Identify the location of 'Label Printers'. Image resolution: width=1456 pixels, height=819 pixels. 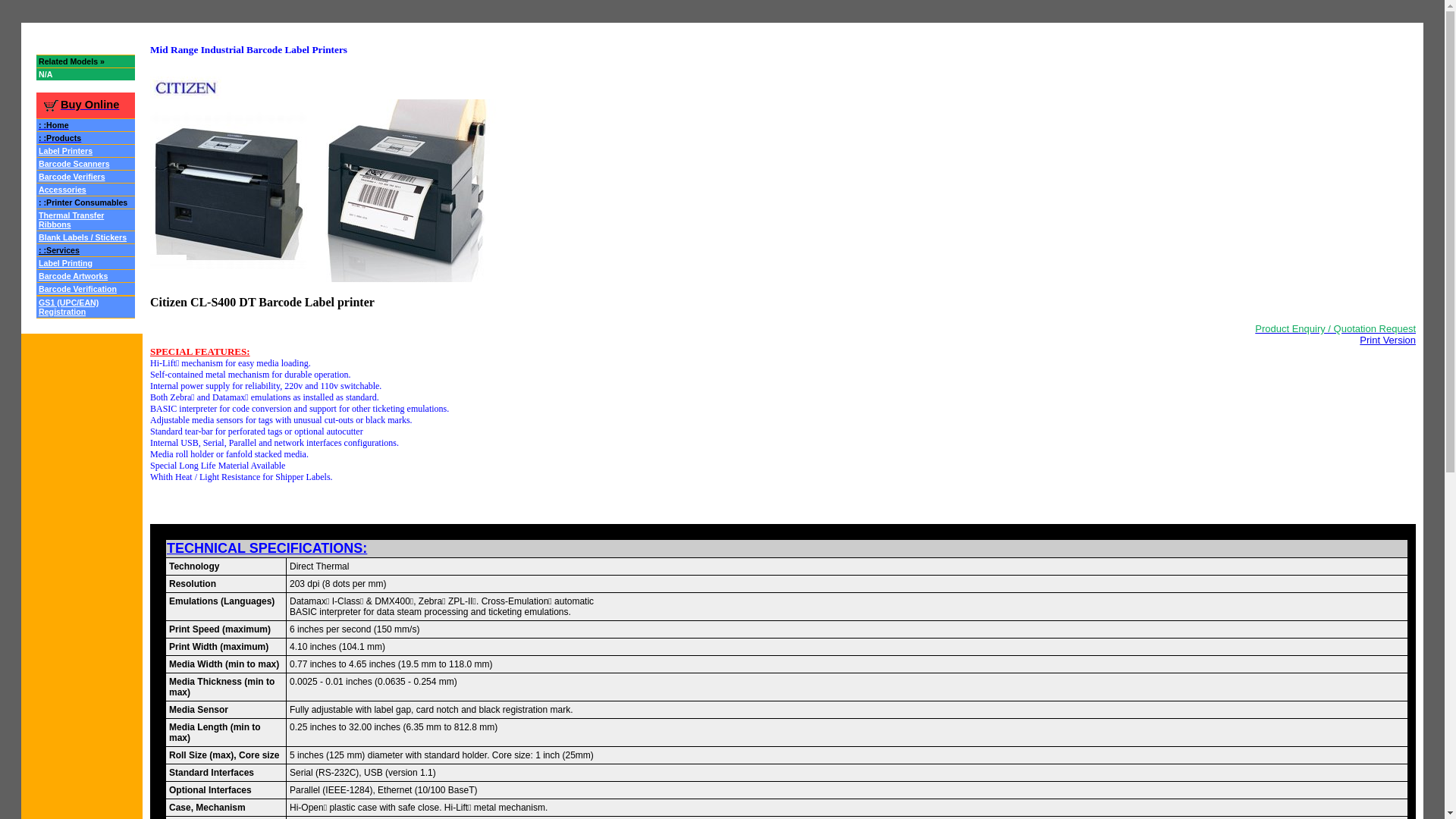
(64, 149).